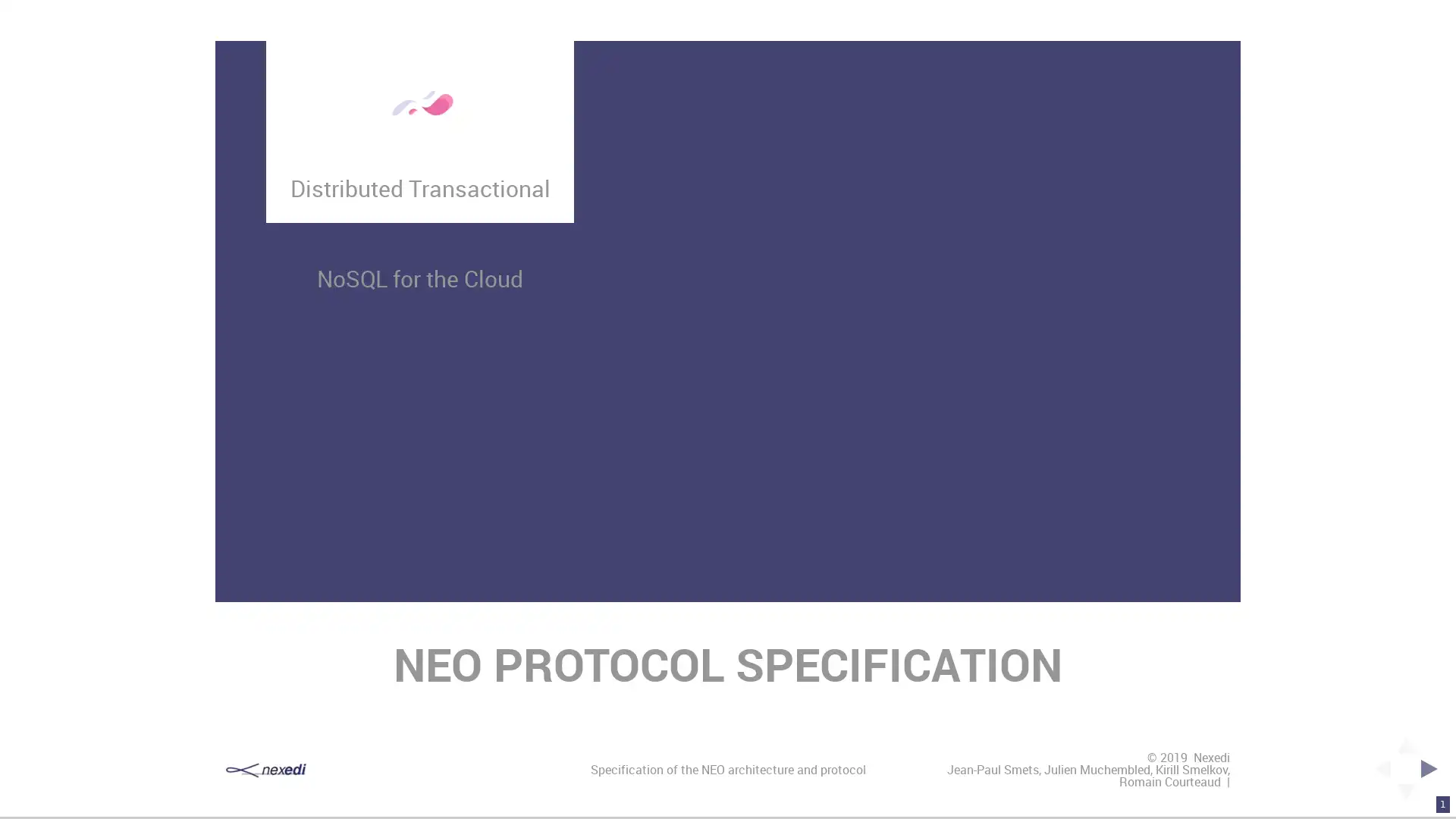  I want to click on above slide, so click(1404, 739).